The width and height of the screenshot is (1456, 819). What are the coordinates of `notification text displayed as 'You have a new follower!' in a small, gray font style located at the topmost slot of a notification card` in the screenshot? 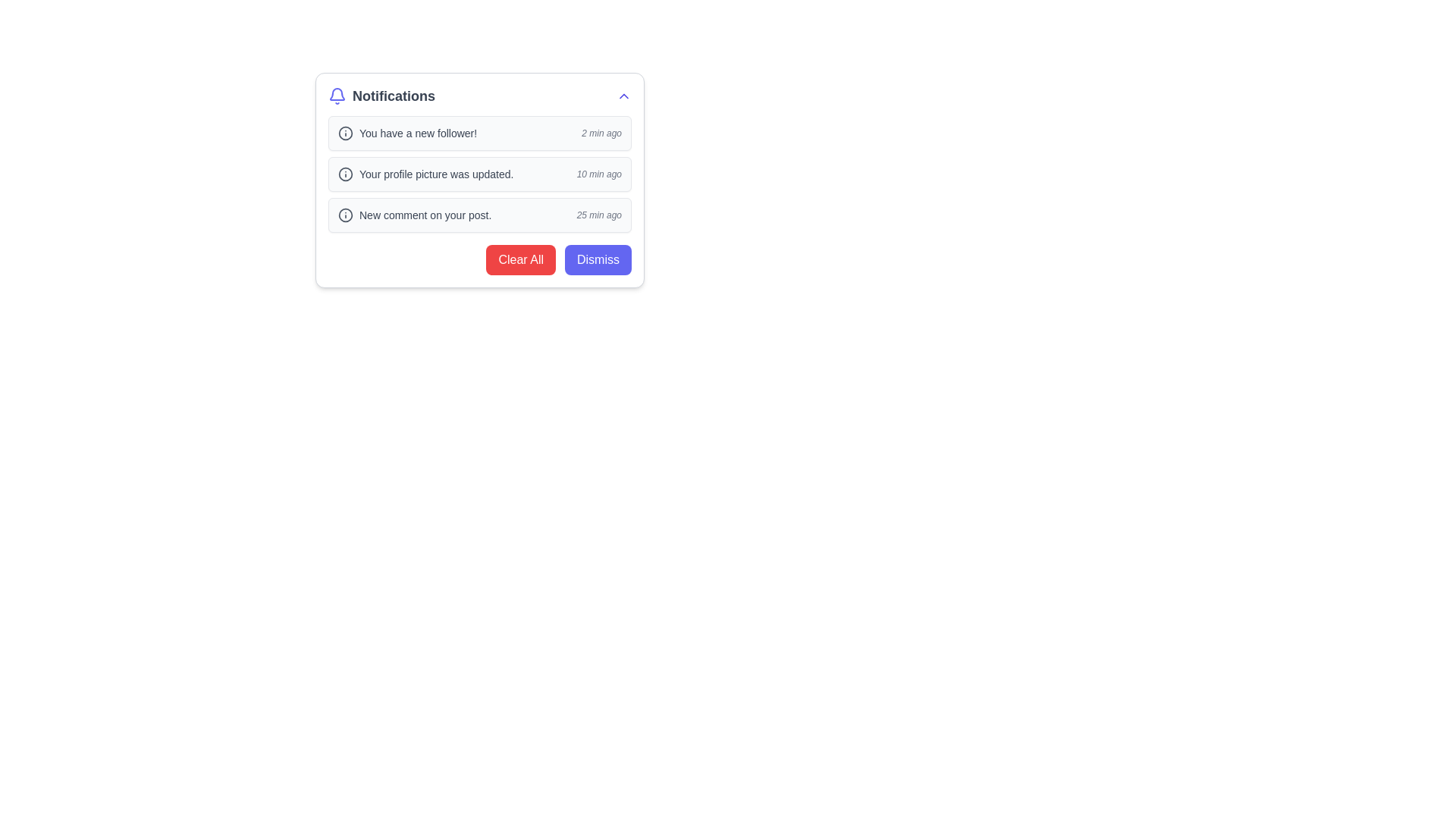 It's located at (418, 133).